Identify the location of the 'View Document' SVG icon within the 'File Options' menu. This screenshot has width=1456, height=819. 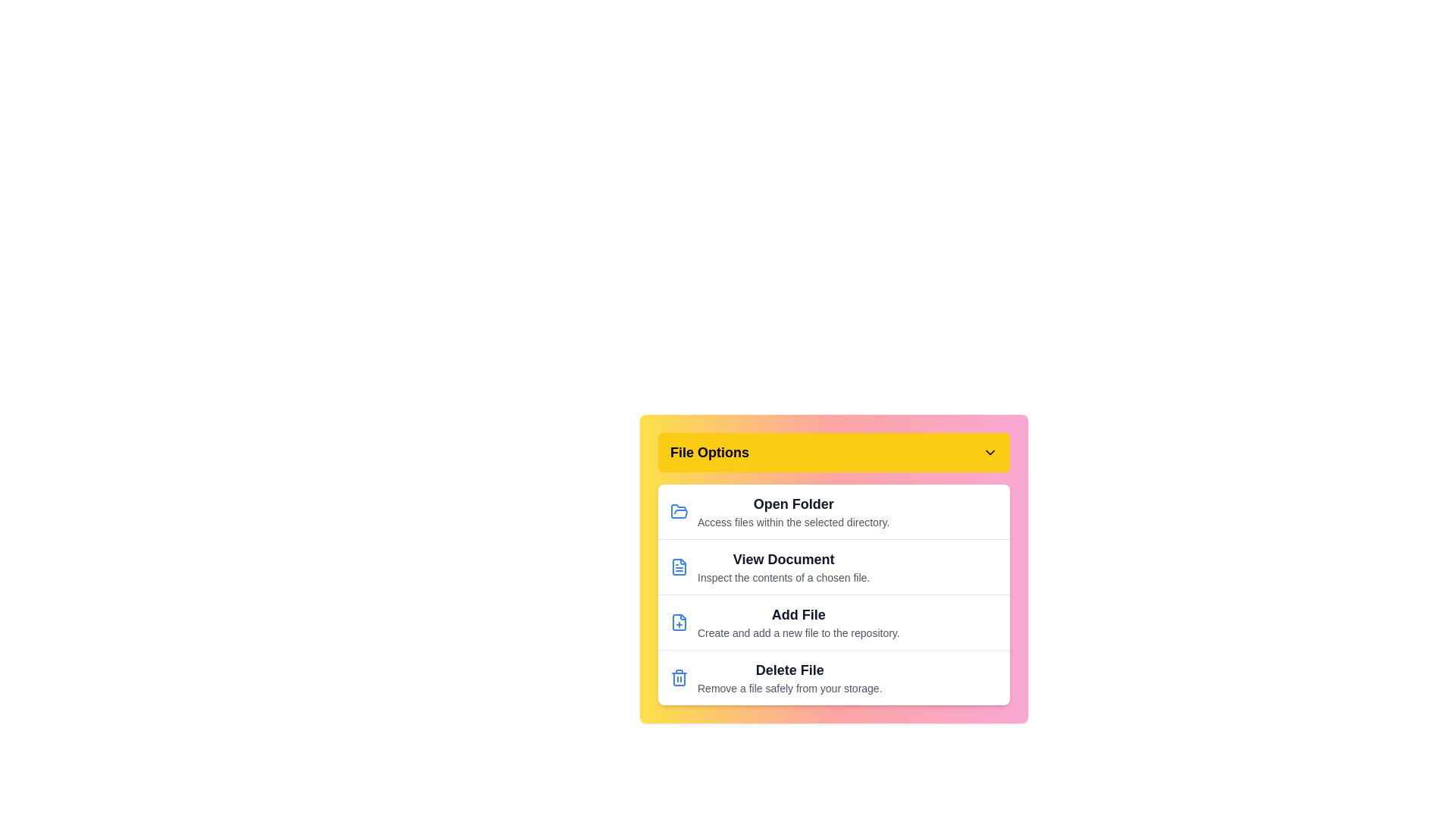
(679, 567).